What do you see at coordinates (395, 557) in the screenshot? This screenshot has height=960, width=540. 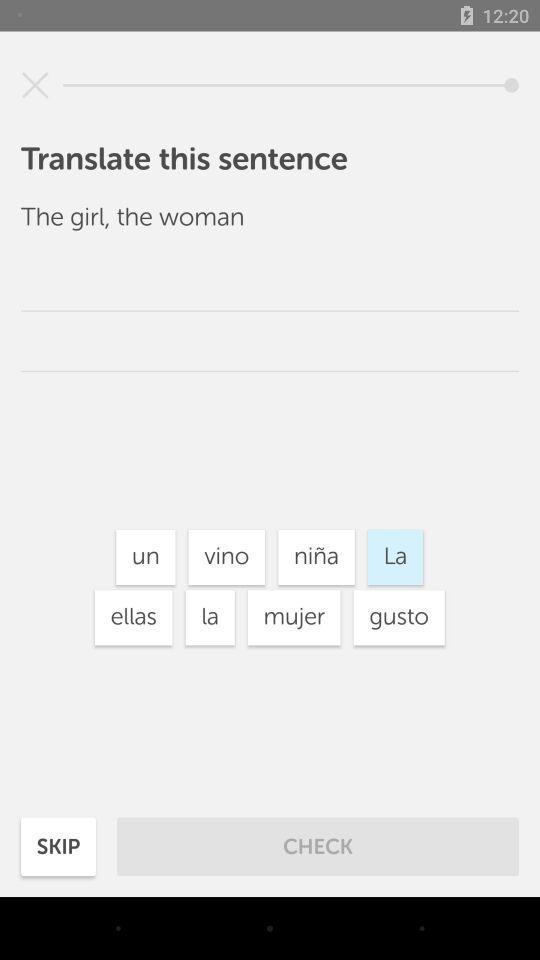 I see `the button which is above the button gusto` at bounding box center [395, 557].